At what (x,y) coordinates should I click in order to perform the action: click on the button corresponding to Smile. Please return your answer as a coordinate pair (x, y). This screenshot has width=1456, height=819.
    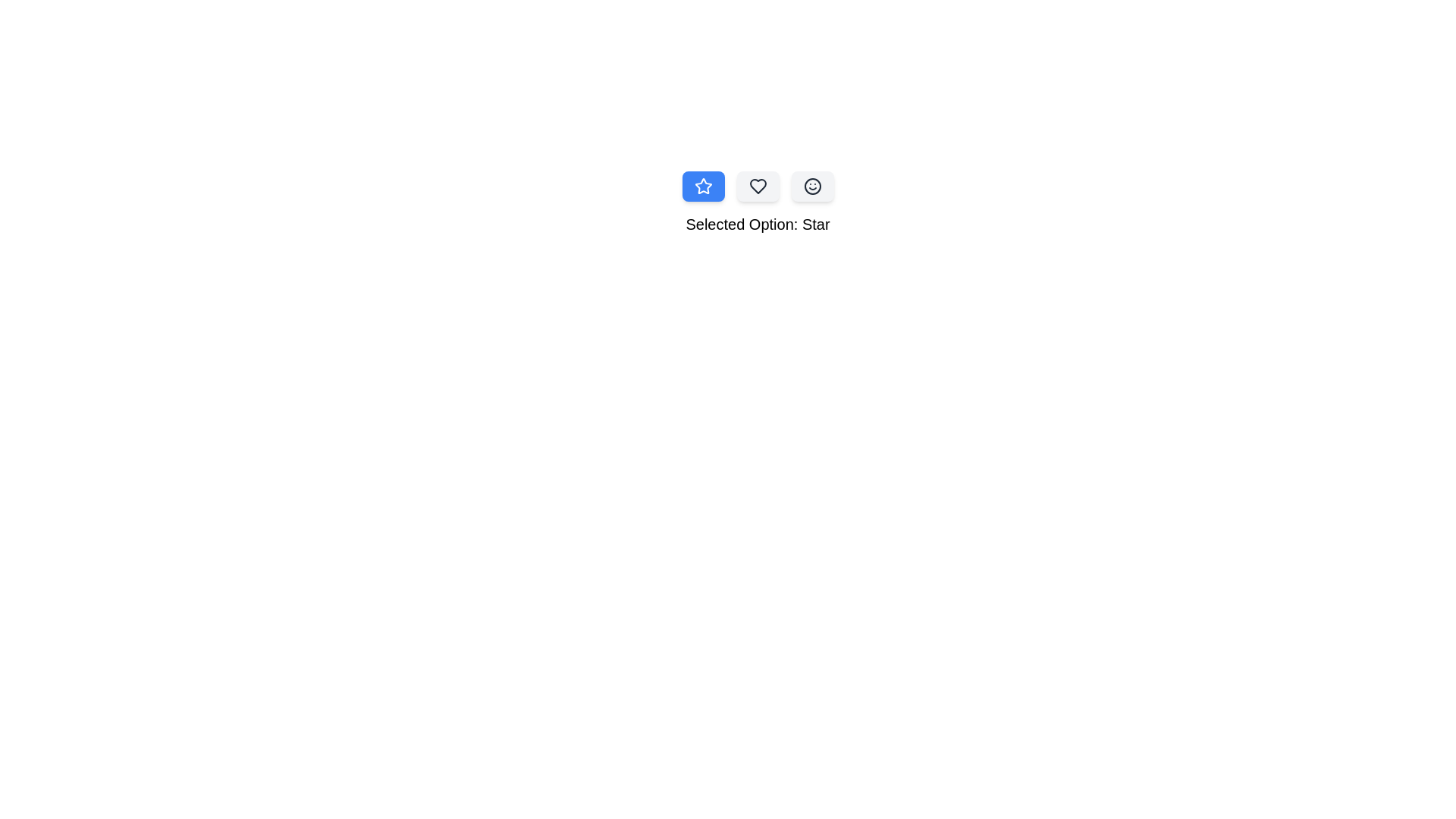
    Looking at the image, I should click on (811, 186).